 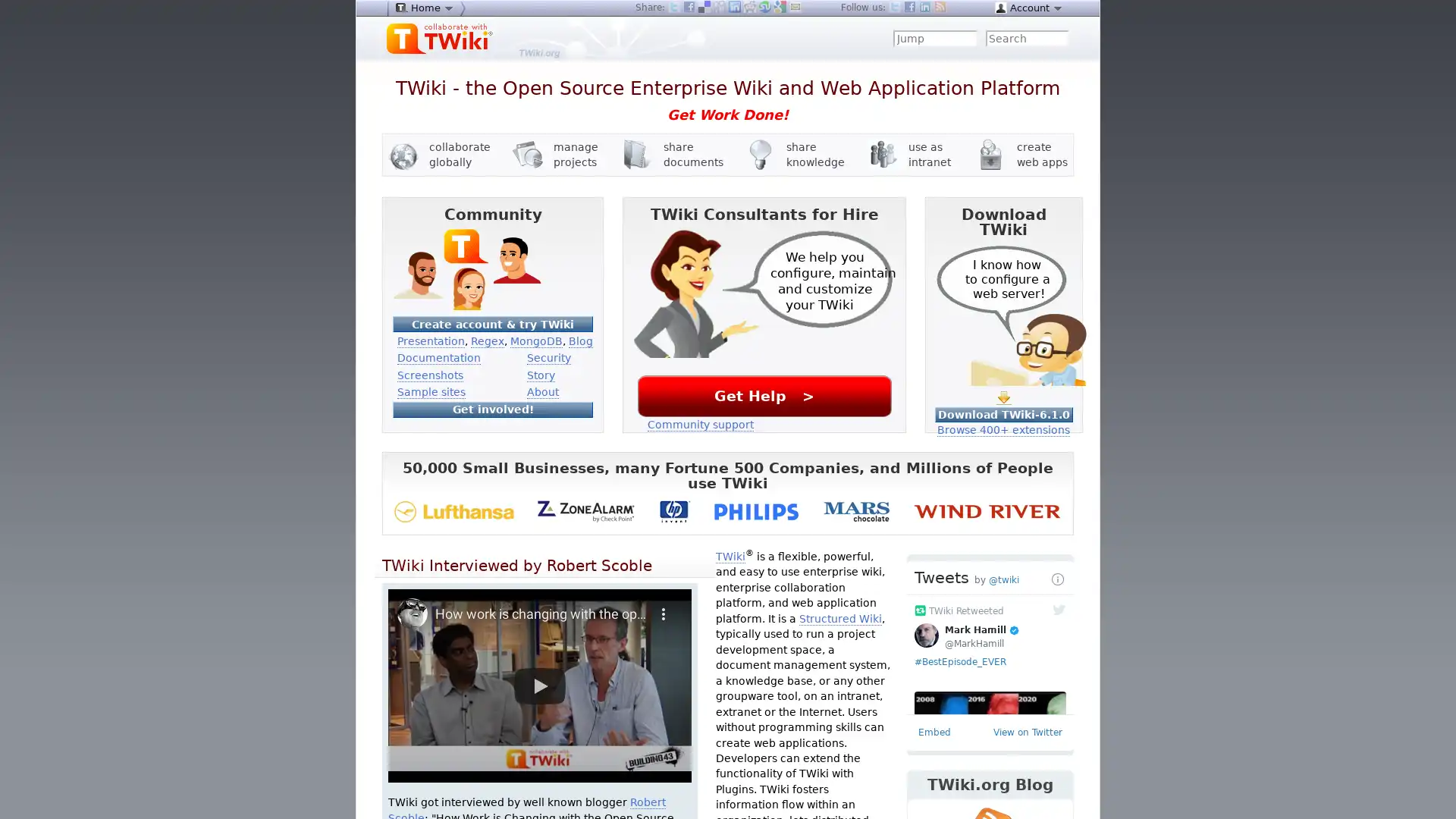 What do you see at coordinates (492, 408) in the screenshot?
I see `Get involved!` at bounding box center [492, 408].